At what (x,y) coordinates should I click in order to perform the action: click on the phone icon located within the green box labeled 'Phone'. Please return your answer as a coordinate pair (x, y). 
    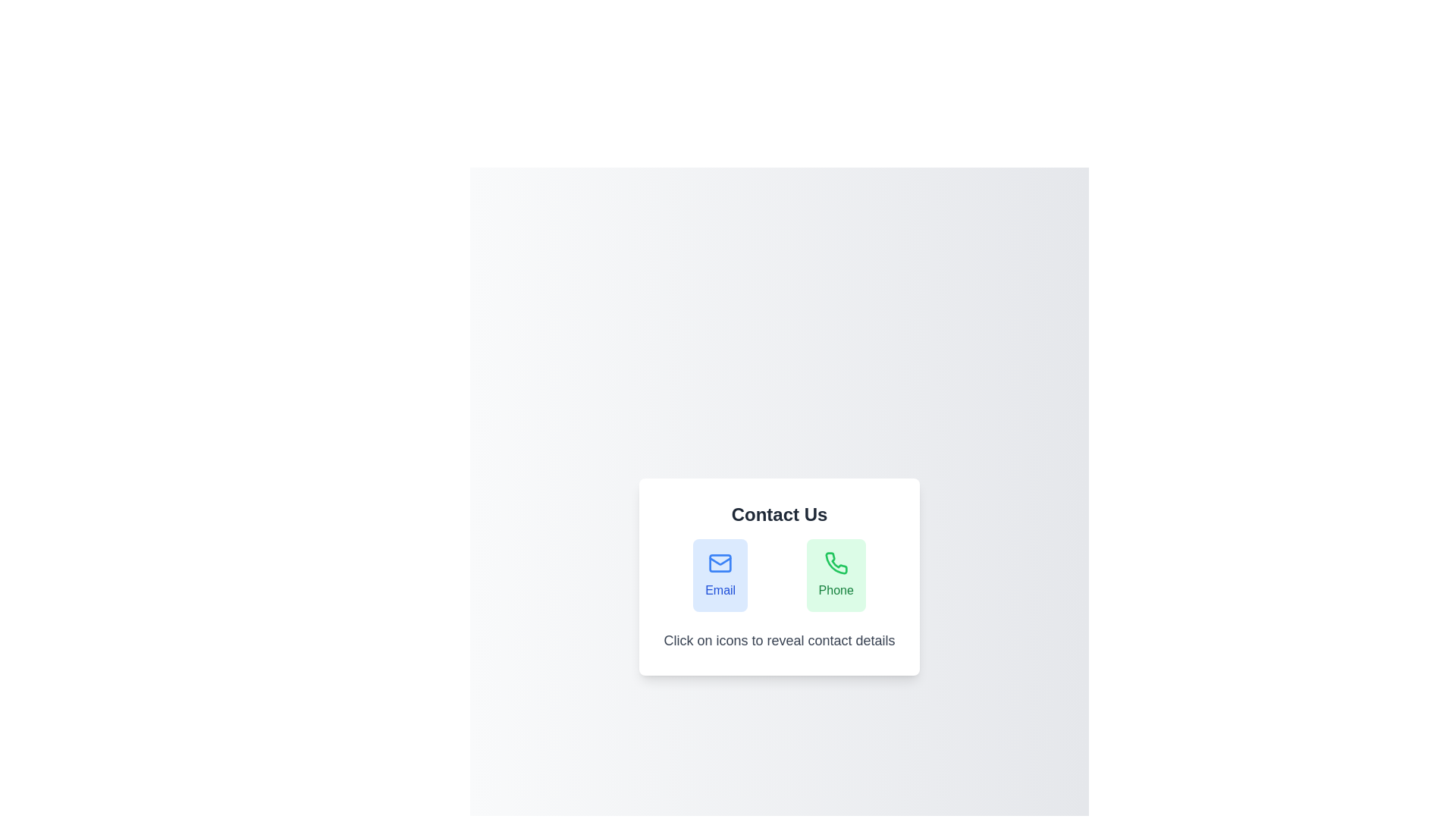
    Looking at the image, I should click on (835, 563).